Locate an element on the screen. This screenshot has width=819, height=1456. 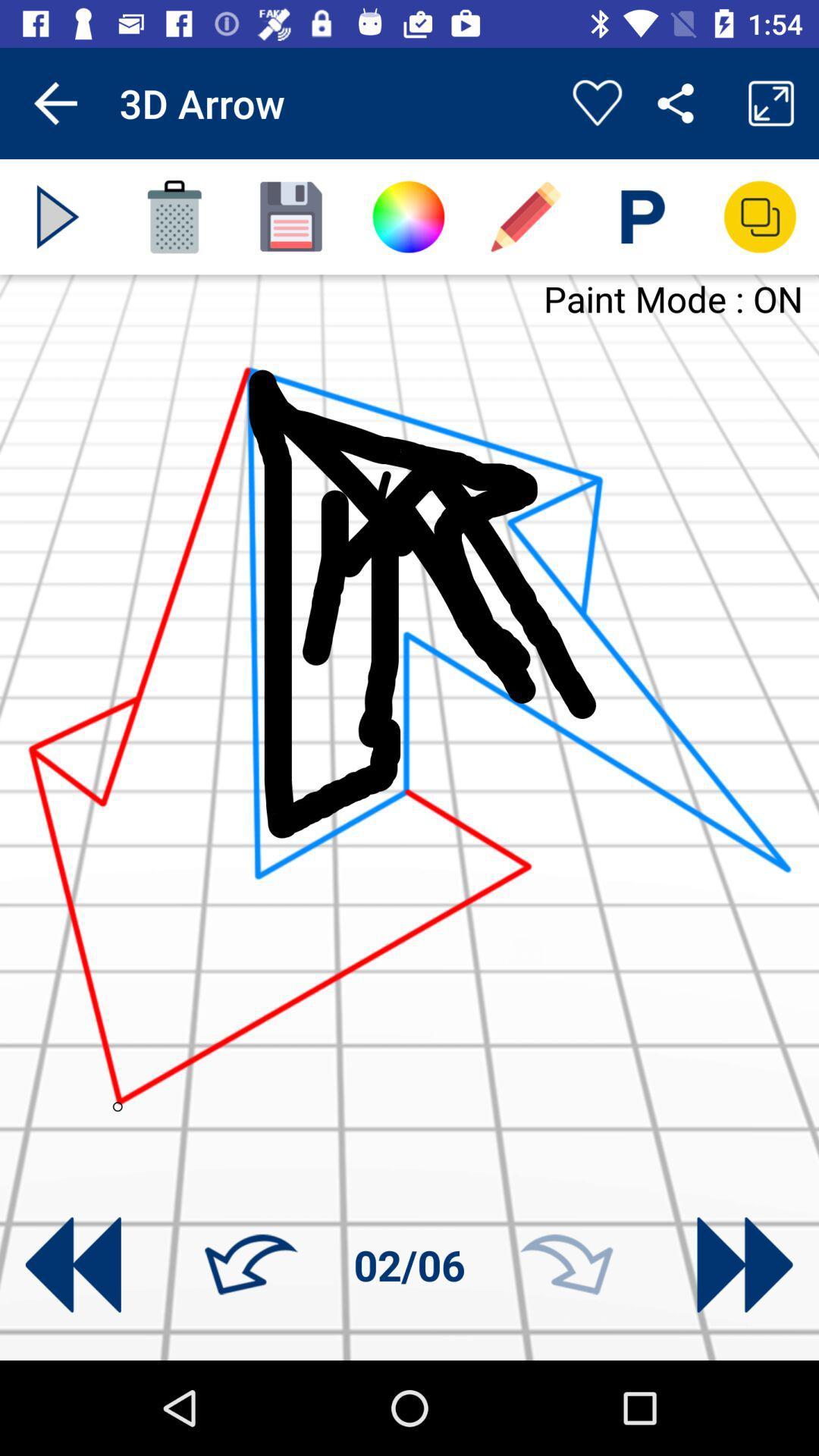
repeat last input is located at coordinates (566, 1265).